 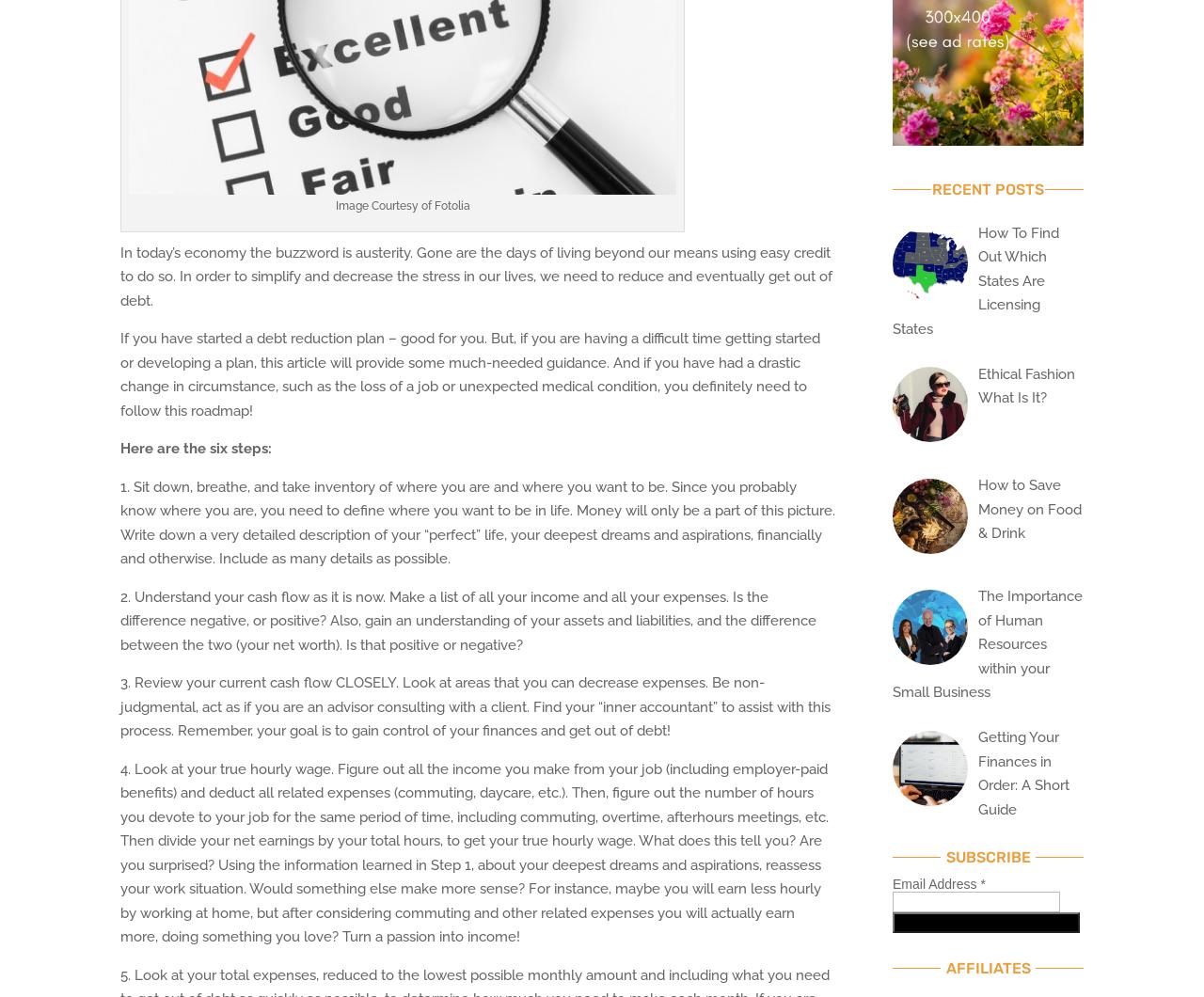 I want to click on '*', so click(x=981, y=883).